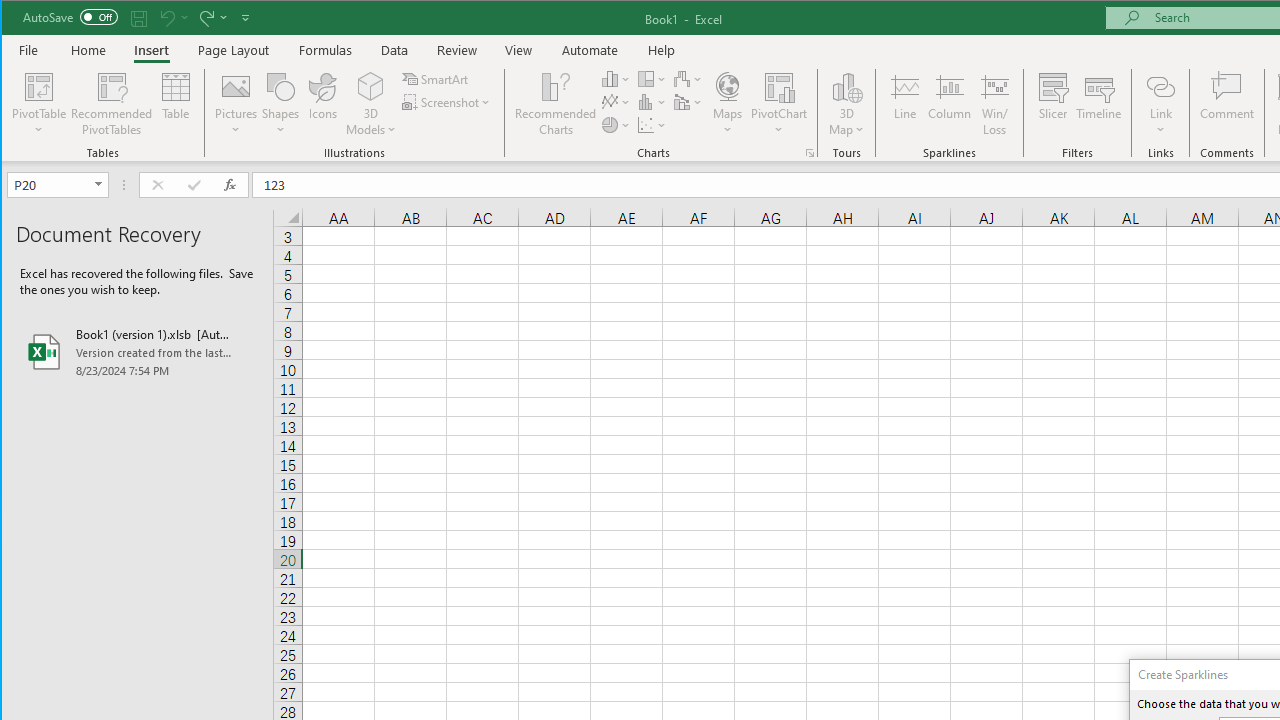  I want to click on 'Insert Scatter (X, Y) or Bubble Chart', so click(652, 125).